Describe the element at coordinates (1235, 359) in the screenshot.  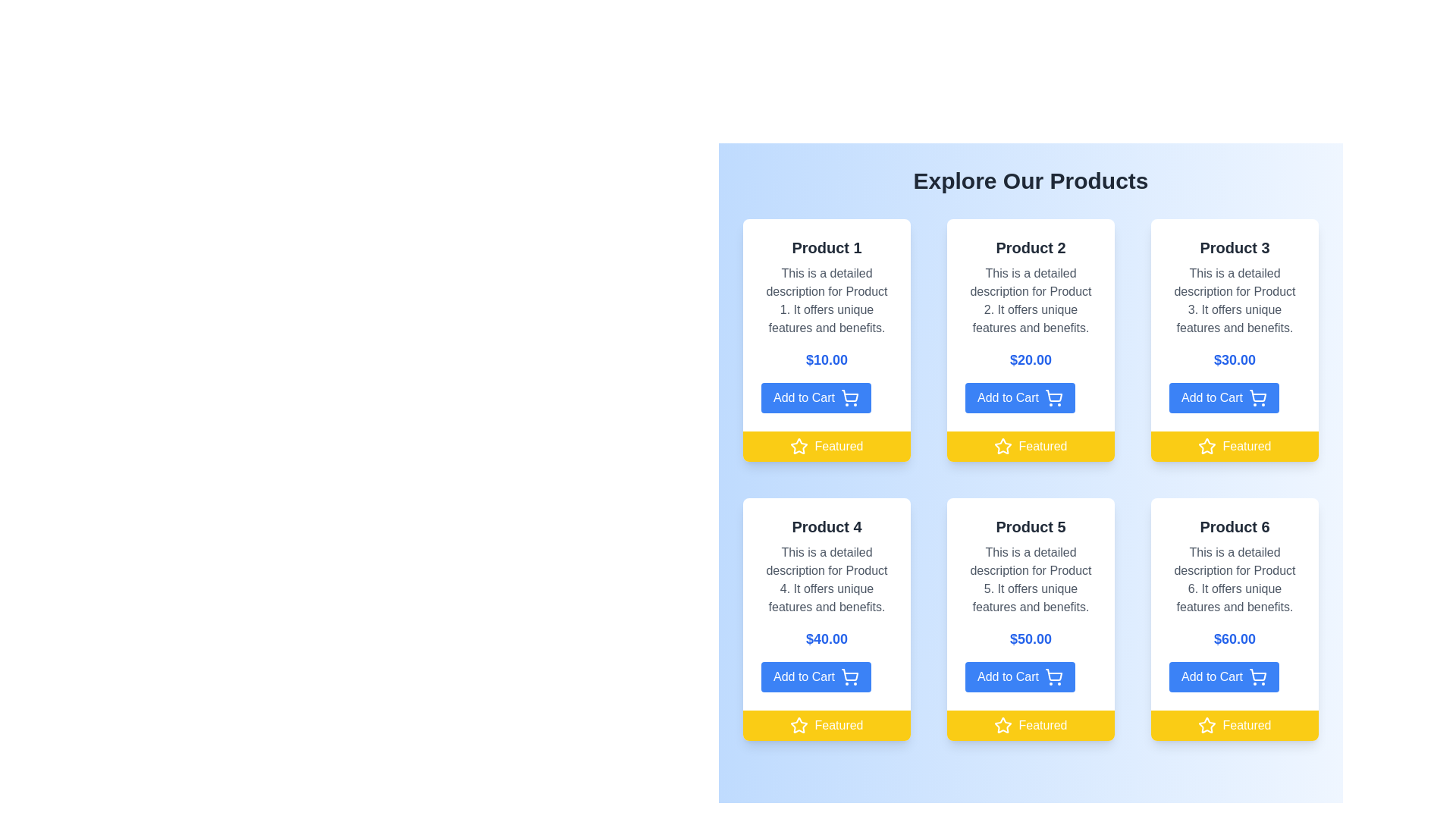
I see `the text display showing the price '$30.00', which is styled in bold blue font on a white background, located in the third product card of the first row` at that location.